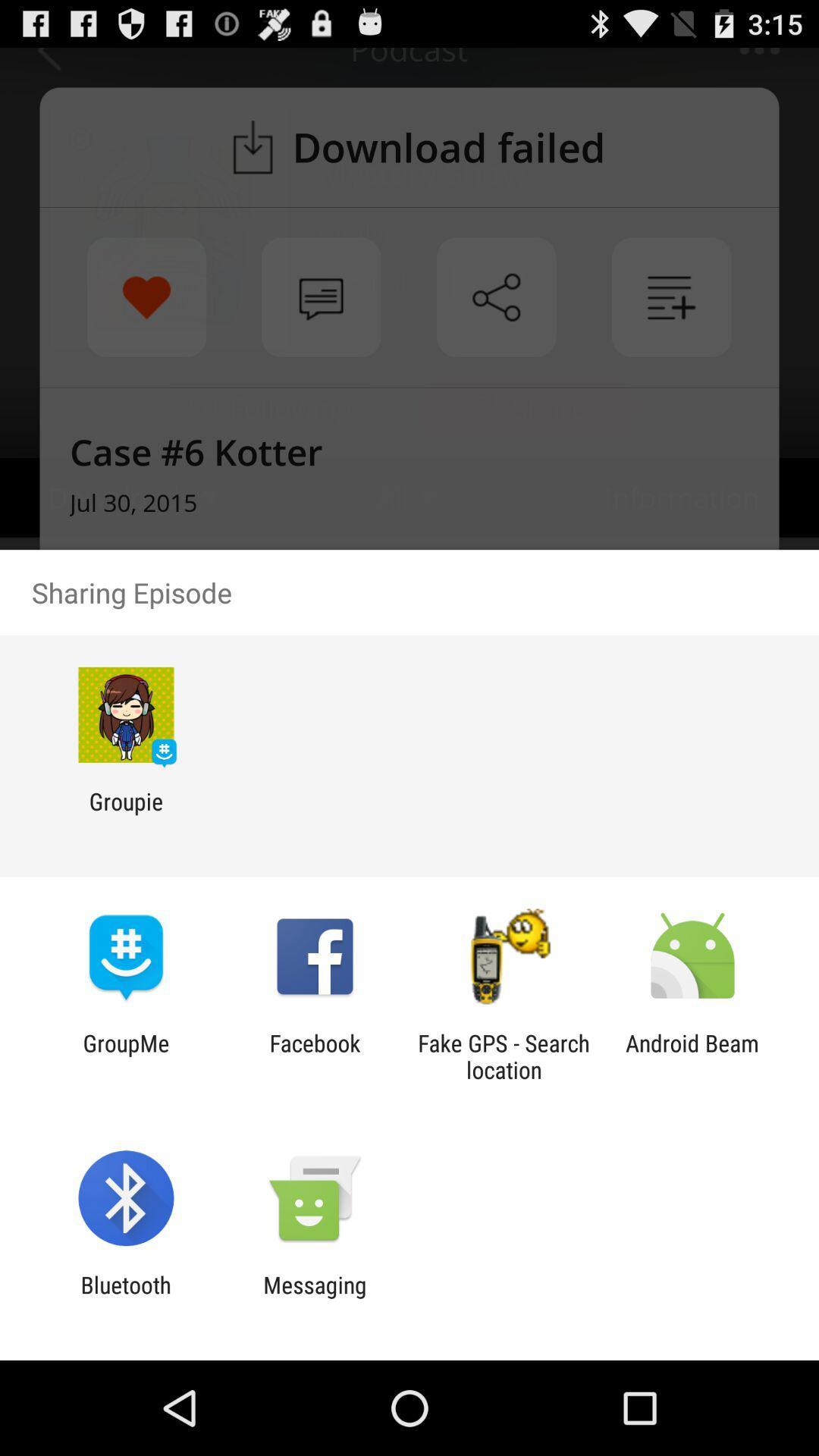 The image size is (819, 1456). What do you see at coordinates (692, 1056) in the screenshot?
I see `the item next to fake gps search` at bounding box center [692, 1056].